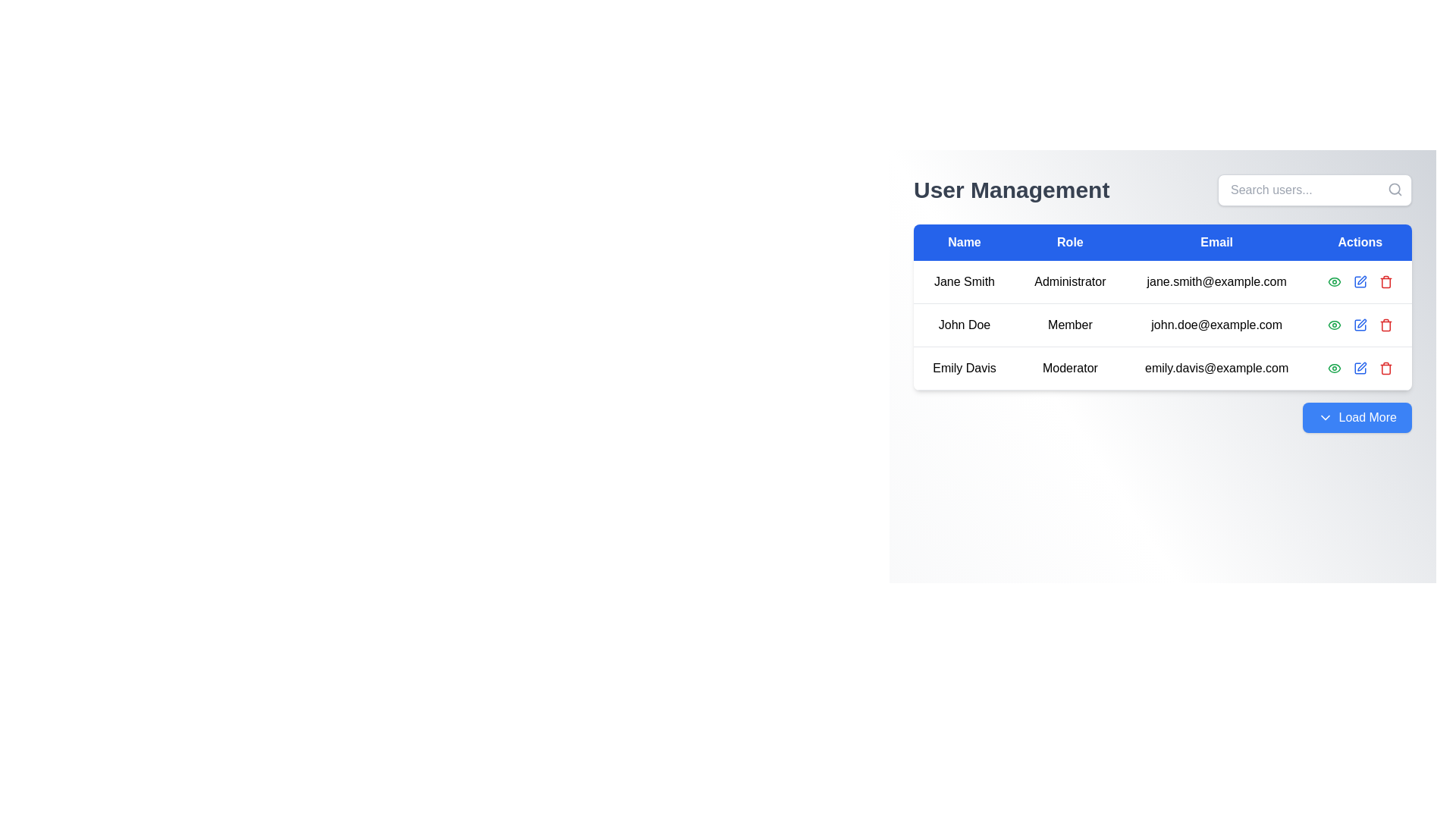  Describe the element at coordinates (1361, 322) in the screenshot. I see `the Icon button in the 'Actions' column of the second row representing John Doe` at that location.